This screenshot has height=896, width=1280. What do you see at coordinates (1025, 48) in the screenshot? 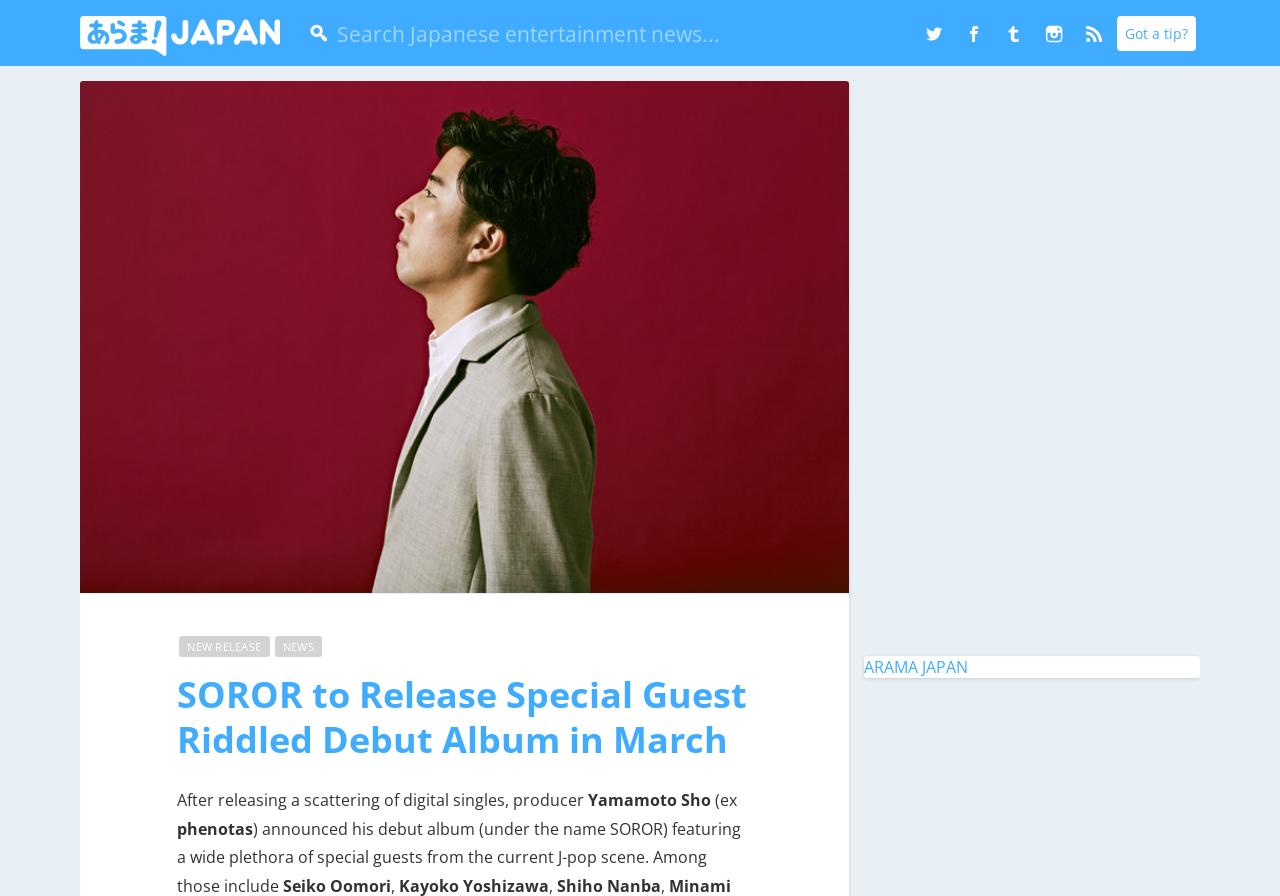
I see `'Facebook'` at bounding box center [1025, 48].